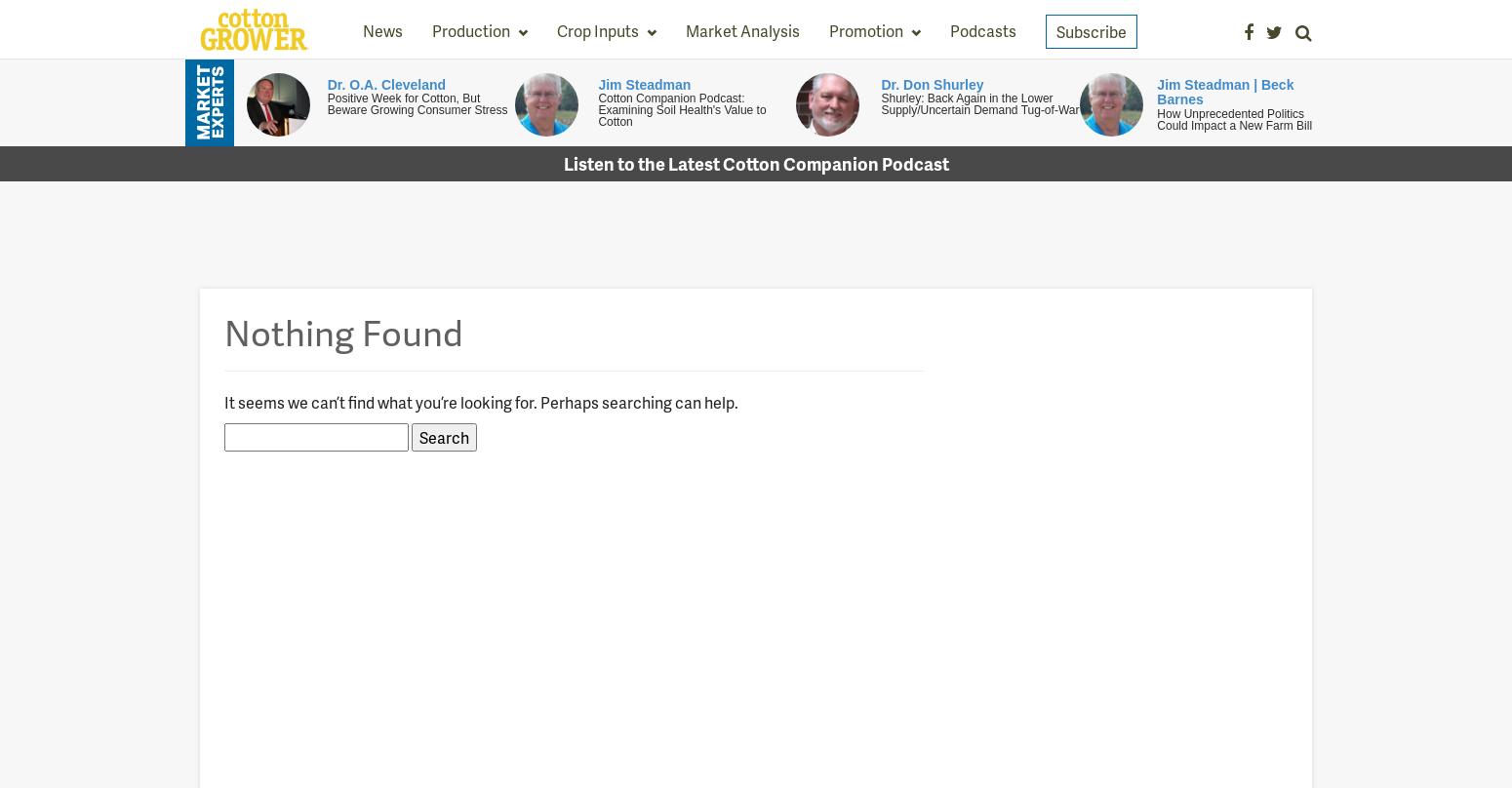  What do you see at coordinates (417, 102) in the screenshot?
I see `'Positive Week for Cotton, But Beware Growing Consumer Stress'` at bounding box center [417, 102].